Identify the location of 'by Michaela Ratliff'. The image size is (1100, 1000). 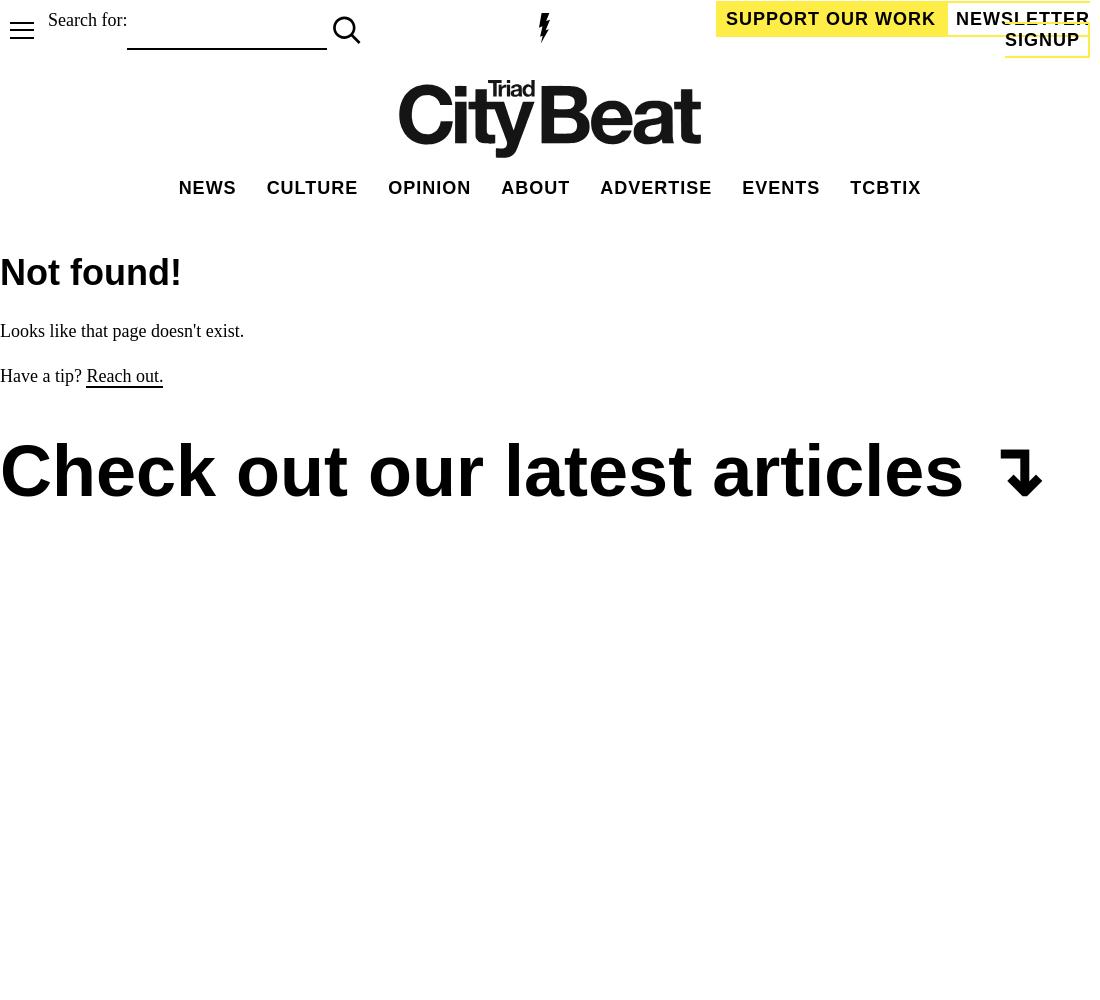
(88, 930).